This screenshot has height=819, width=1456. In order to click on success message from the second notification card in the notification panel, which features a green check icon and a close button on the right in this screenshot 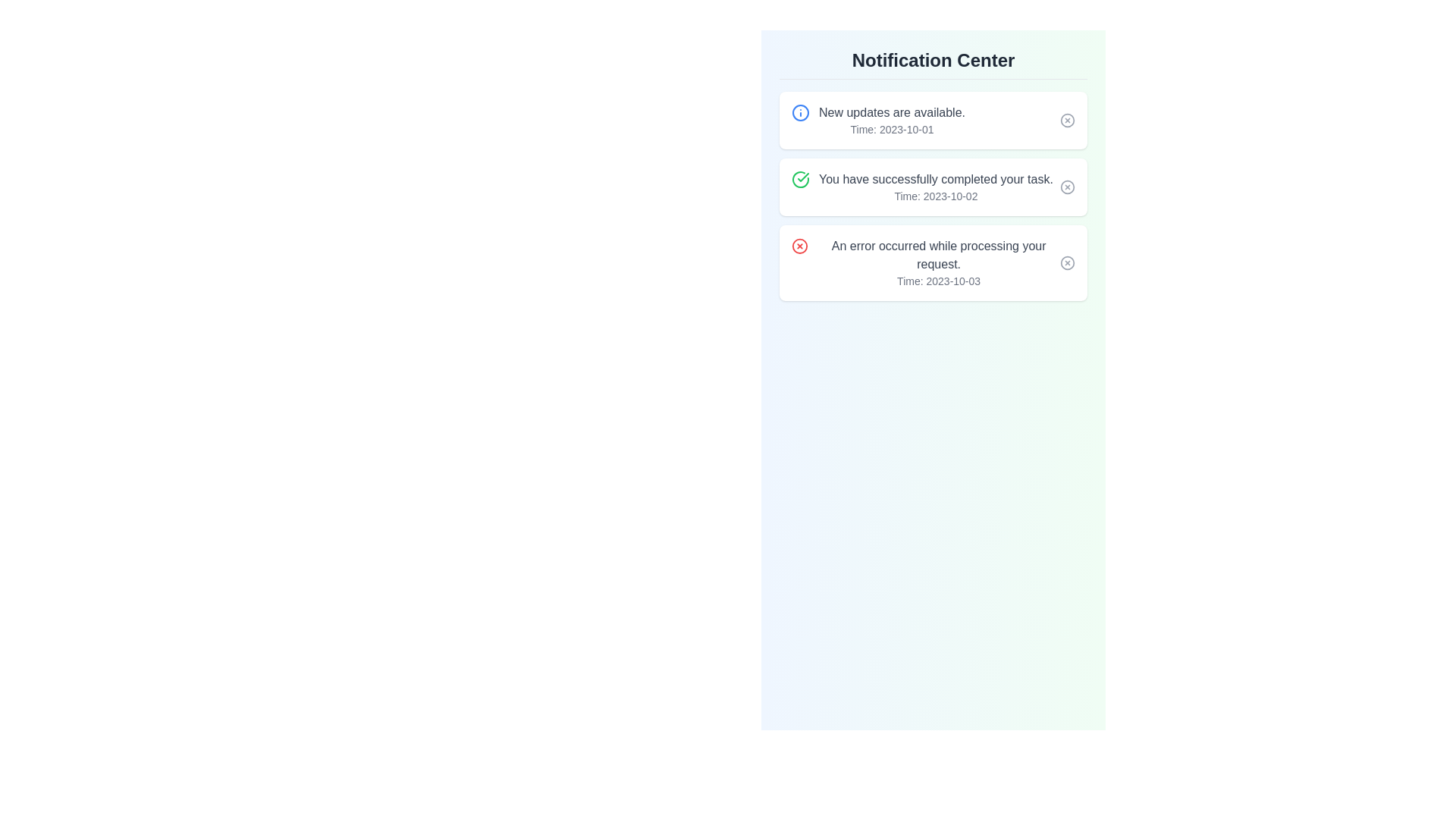, I will do `click(932, 186)`.